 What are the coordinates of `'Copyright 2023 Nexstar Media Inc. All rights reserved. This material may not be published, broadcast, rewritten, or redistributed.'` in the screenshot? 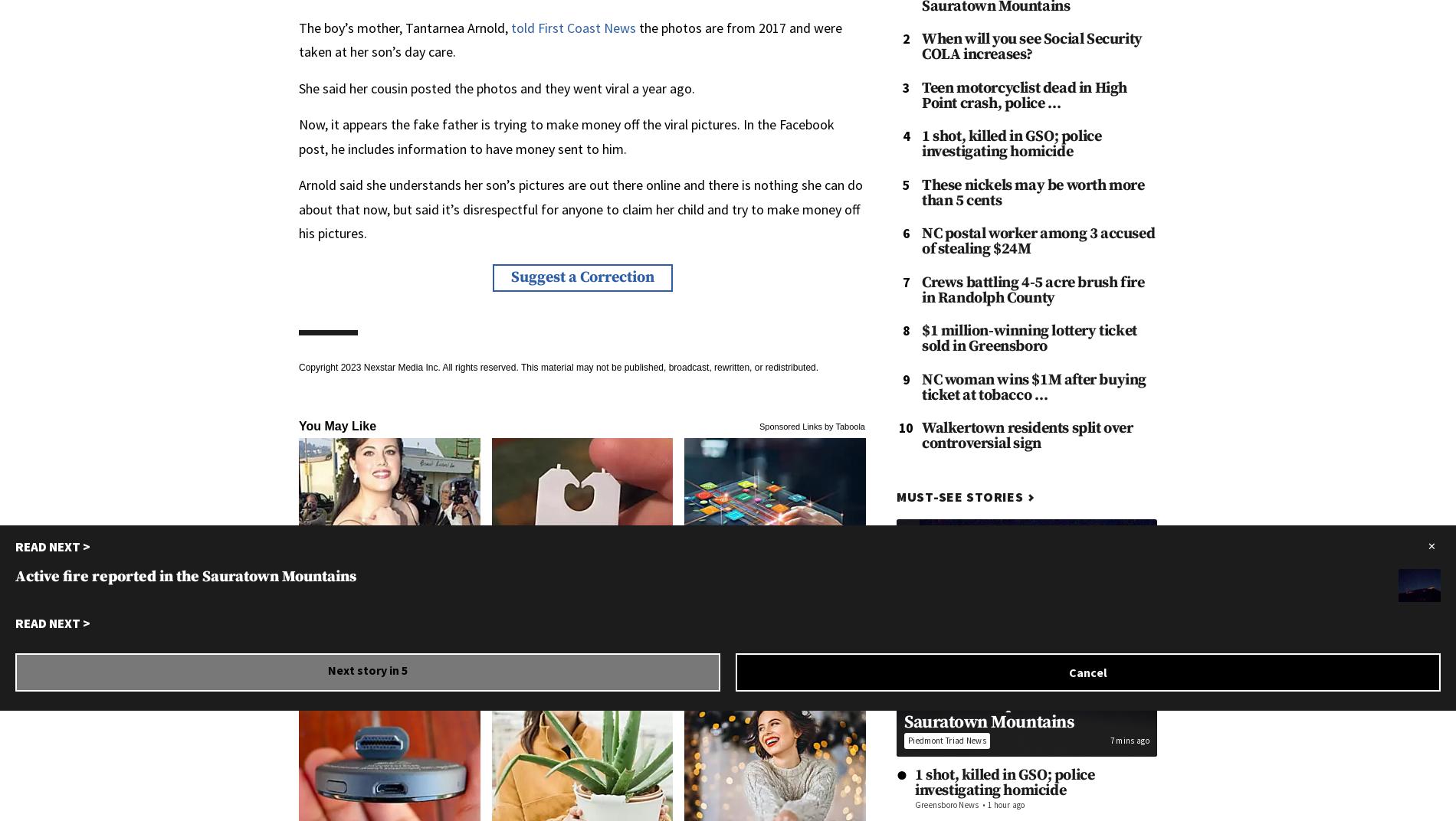 It's located at (558, 366).